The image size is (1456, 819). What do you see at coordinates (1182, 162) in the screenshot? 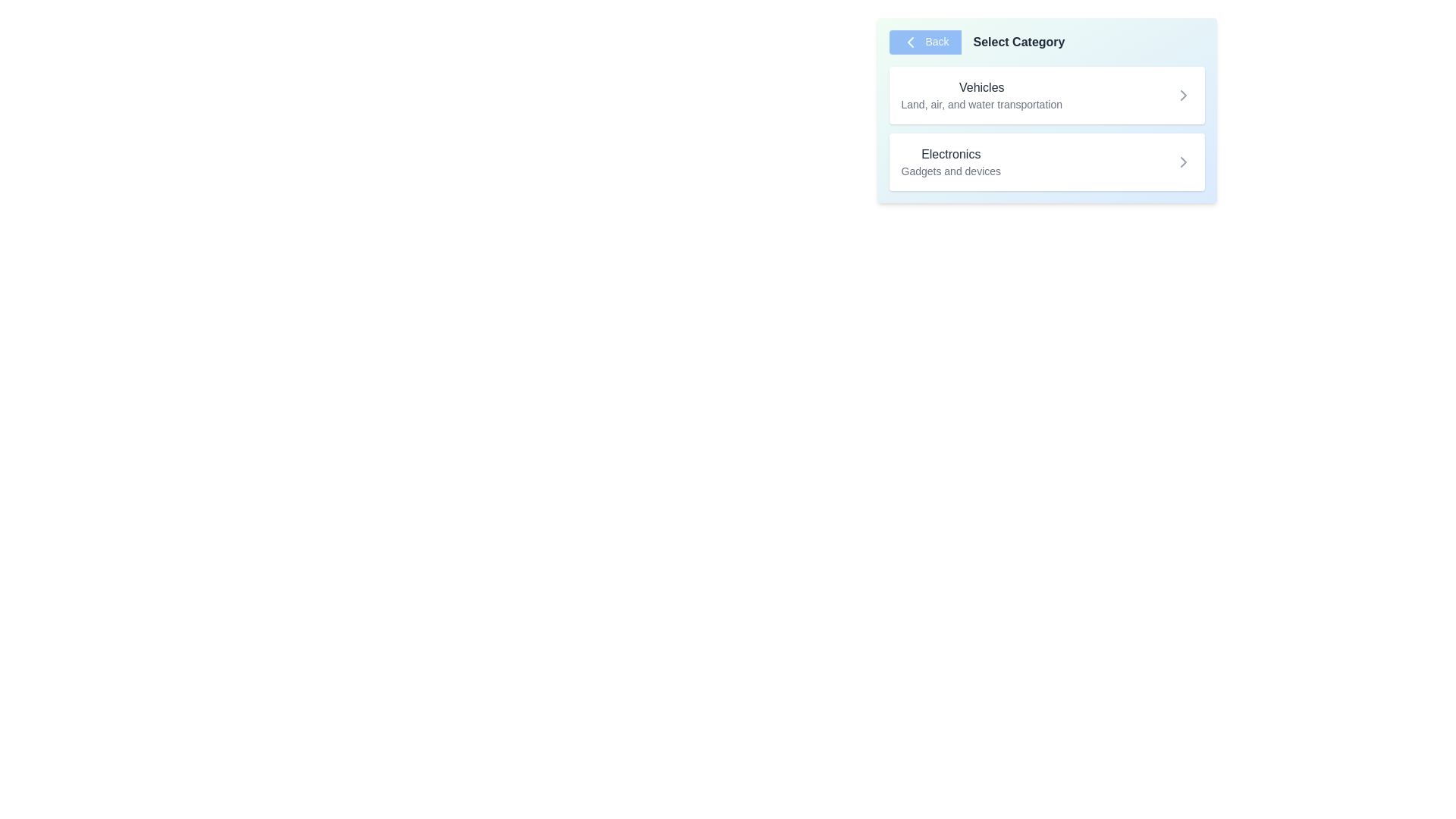
I see `the interactive icon located to the far right of the 'Electronics' category entry, which signifies an option` at bounding box center [1182, 162].